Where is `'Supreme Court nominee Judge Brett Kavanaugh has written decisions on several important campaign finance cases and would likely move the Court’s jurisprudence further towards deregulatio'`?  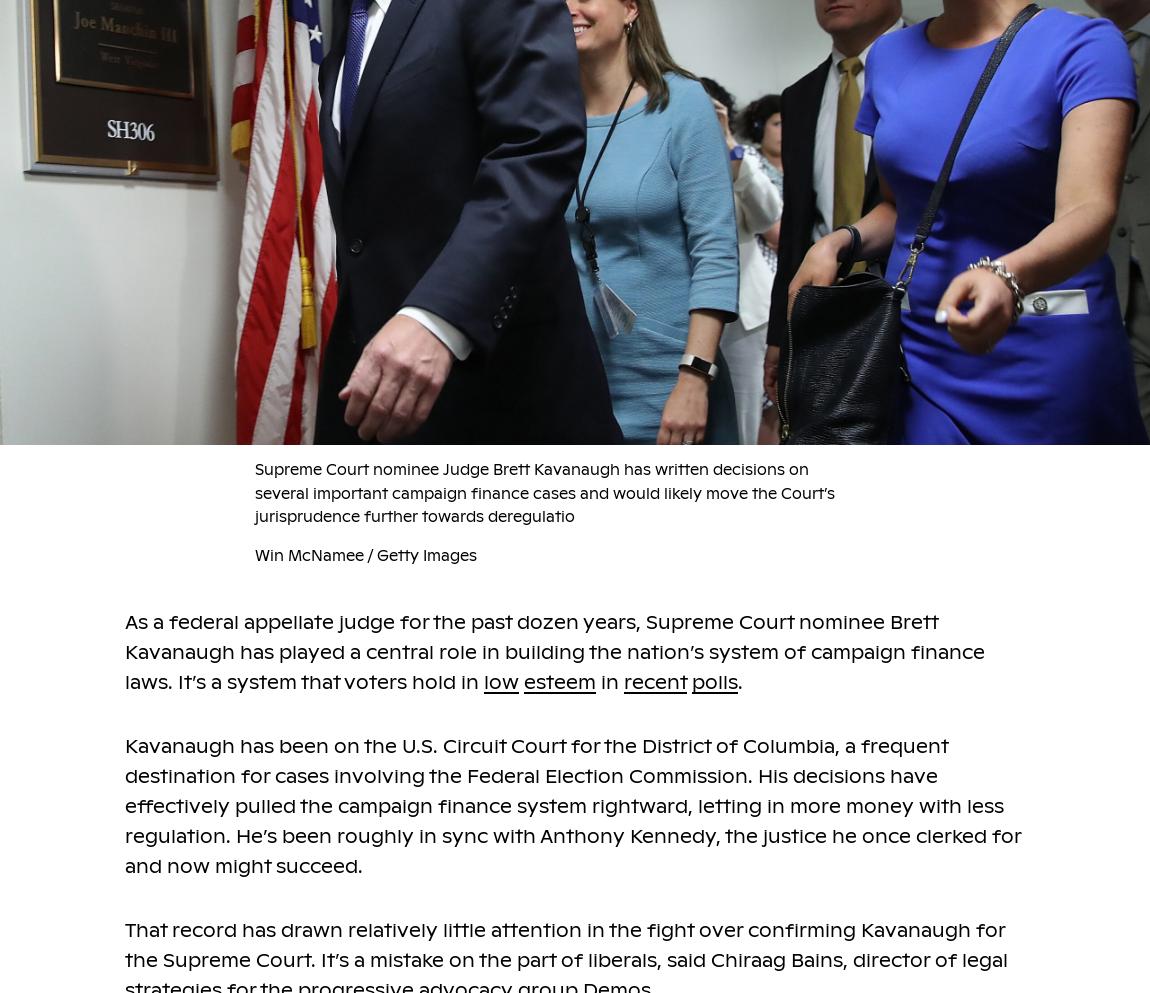 'Supreme Court nominee Judge Brett Kavanaugh has written decisions on several important campaign finance cases and would likely move the Court’s jurisprudence further towards deregulatio' is located at coordinates (544, 492).